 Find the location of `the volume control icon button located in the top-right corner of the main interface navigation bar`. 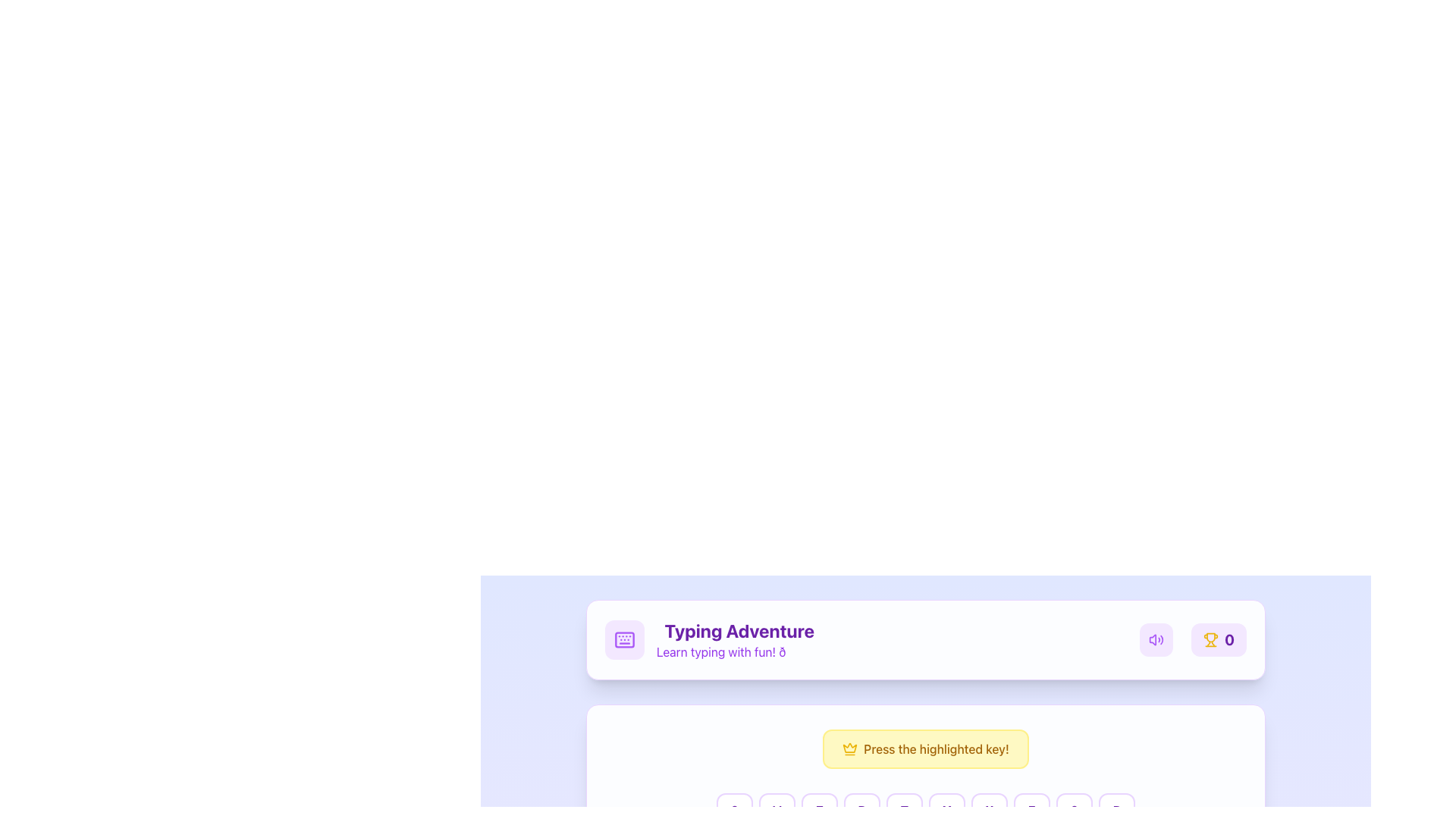

the volume control icon button located in the top-right corner of the main interface navigation bar is located at coordinates (1155, 640).